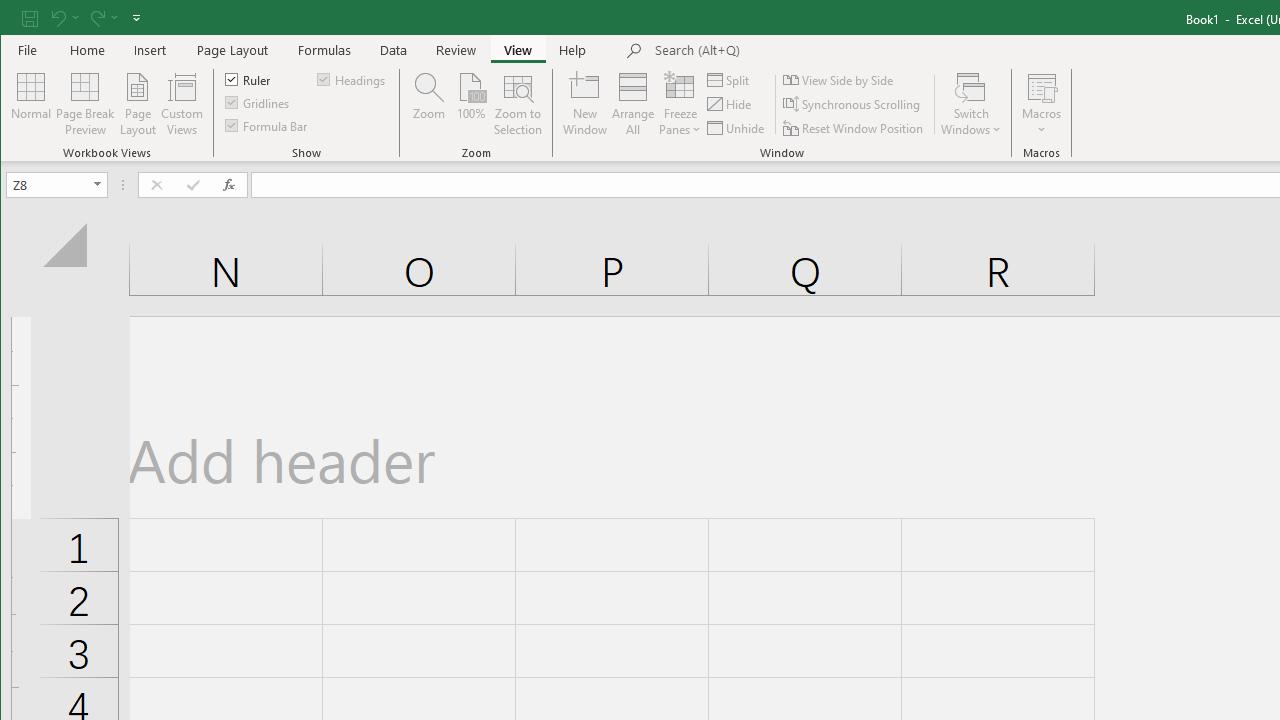 Image resolution: width=1280 pixels, height=720 pixels. I want to click on 'Headings', so click(352, 78).